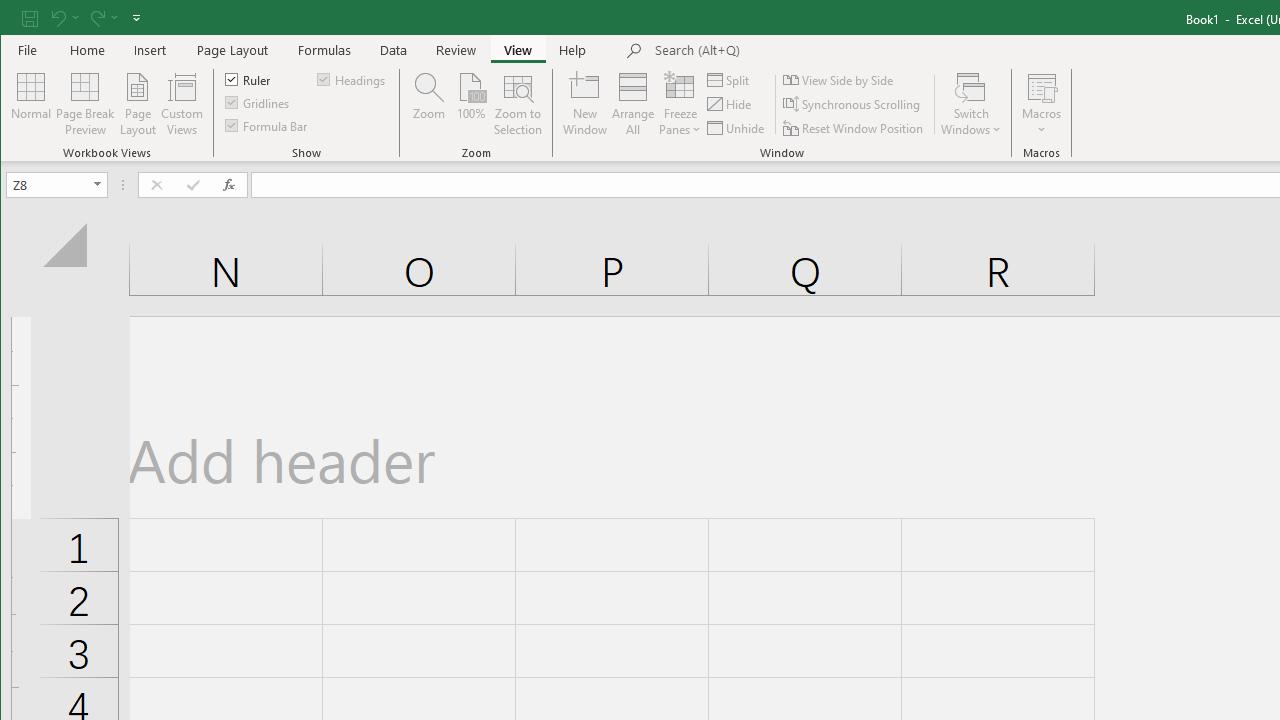 Image resolution: width=1280 pixels, height=720 pixels. I want to click on 'Headings', so click(352, 78).